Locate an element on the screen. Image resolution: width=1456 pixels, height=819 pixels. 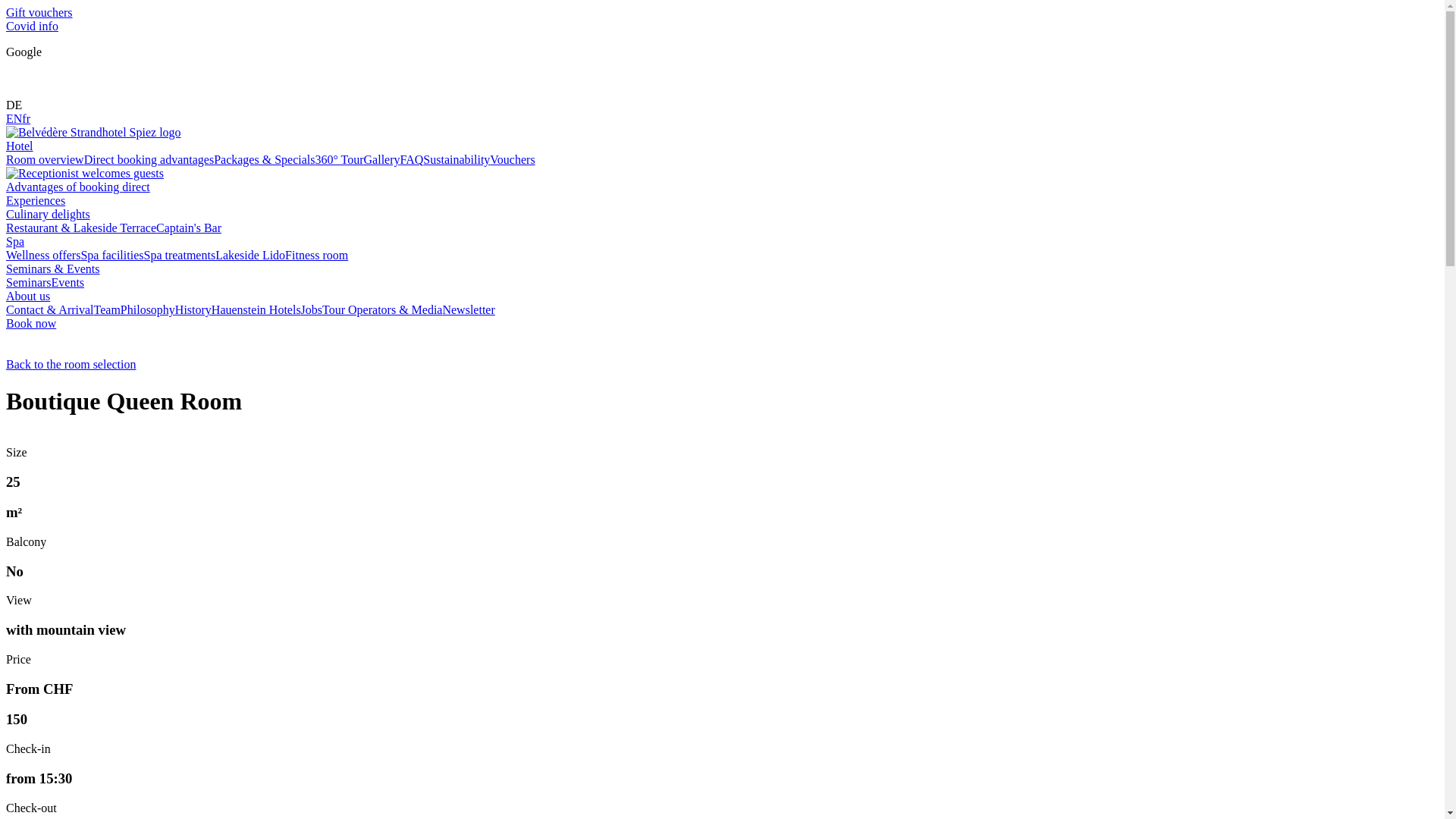
'Vouchers' is located at coordinates (490, 159).